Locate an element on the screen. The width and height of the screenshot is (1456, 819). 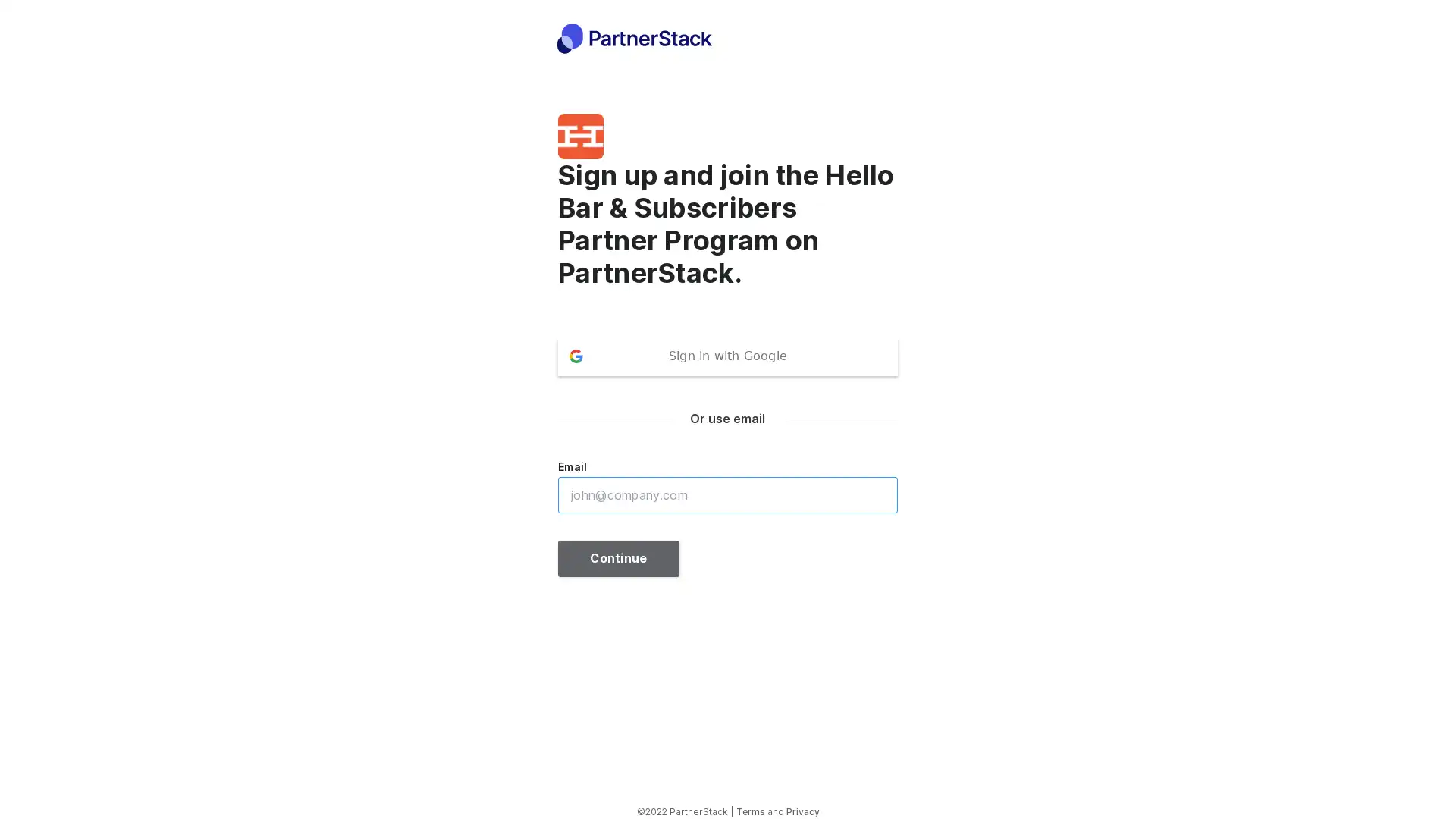
Continue is located at coordinates (619, 558).